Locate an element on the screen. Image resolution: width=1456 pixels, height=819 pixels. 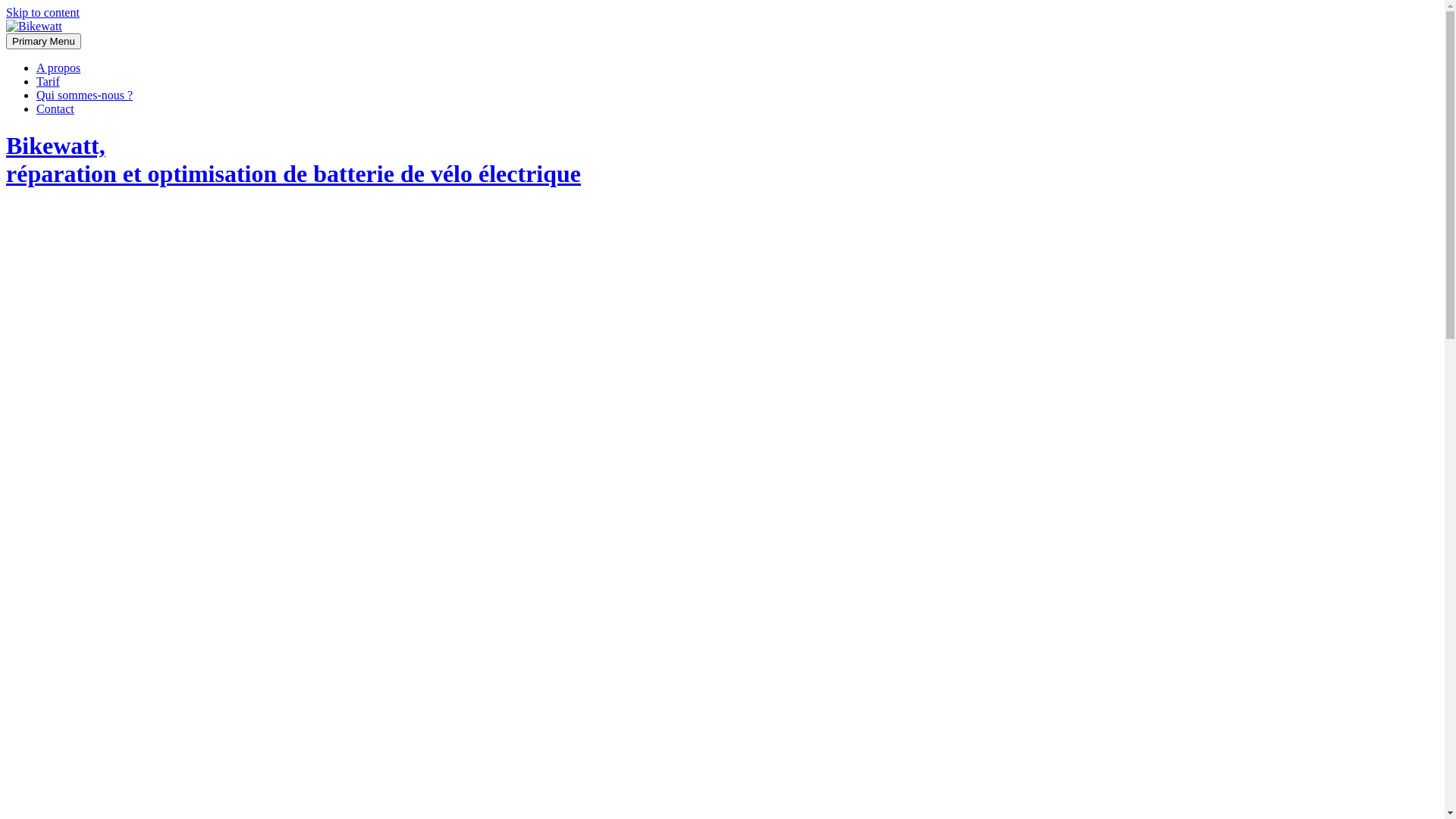
'Primary Menu' is located at coordinates (43, 40).